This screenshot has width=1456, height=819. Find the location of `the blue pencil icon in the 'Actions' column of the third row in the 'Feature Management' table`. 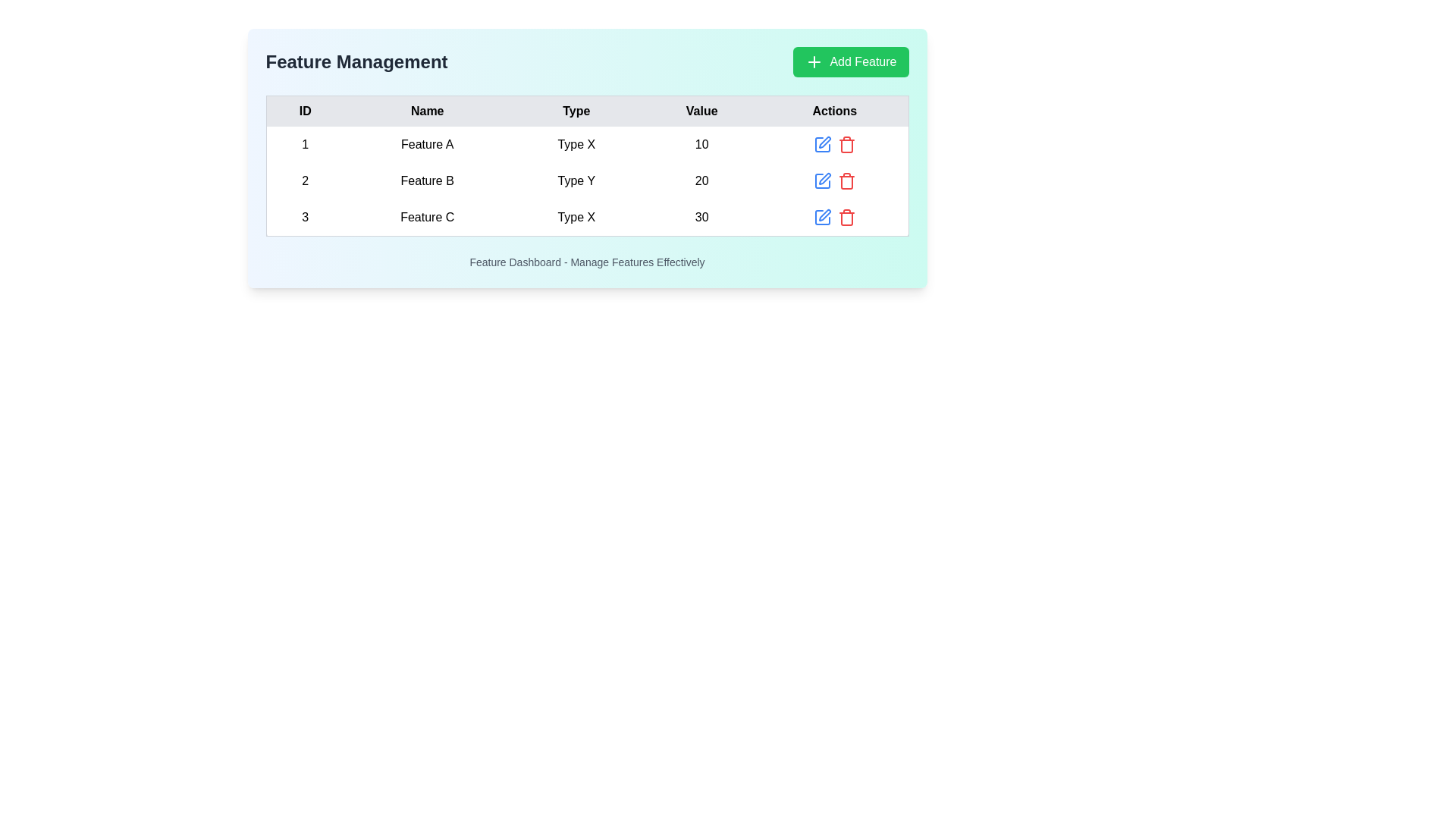

the blue pencil icon in the 'Actions' column of the third row in the 'Feature Management' table is located at coordinates (834, 218).